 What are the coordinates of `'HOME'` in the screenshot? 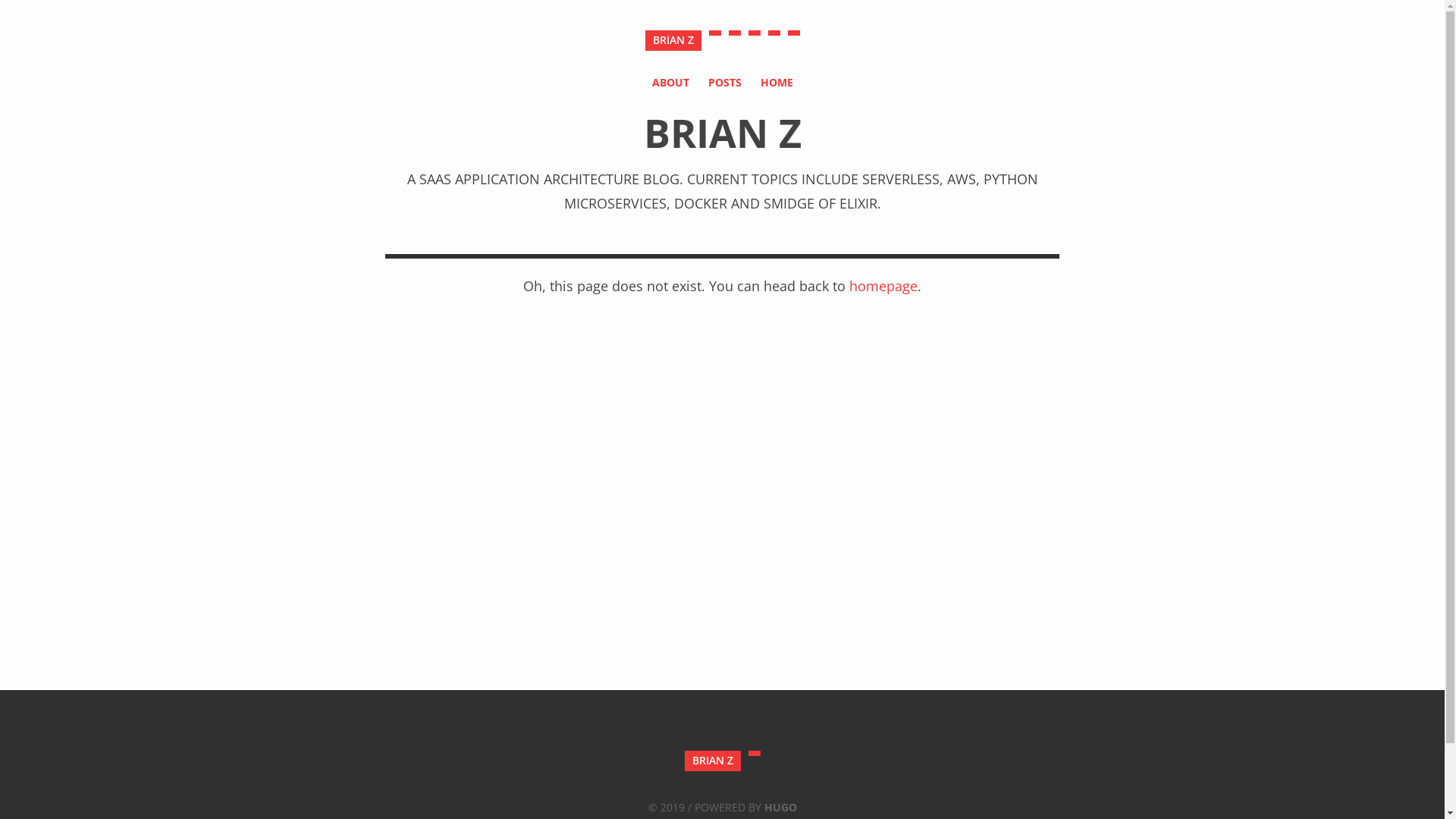 It's located at (776, 82).